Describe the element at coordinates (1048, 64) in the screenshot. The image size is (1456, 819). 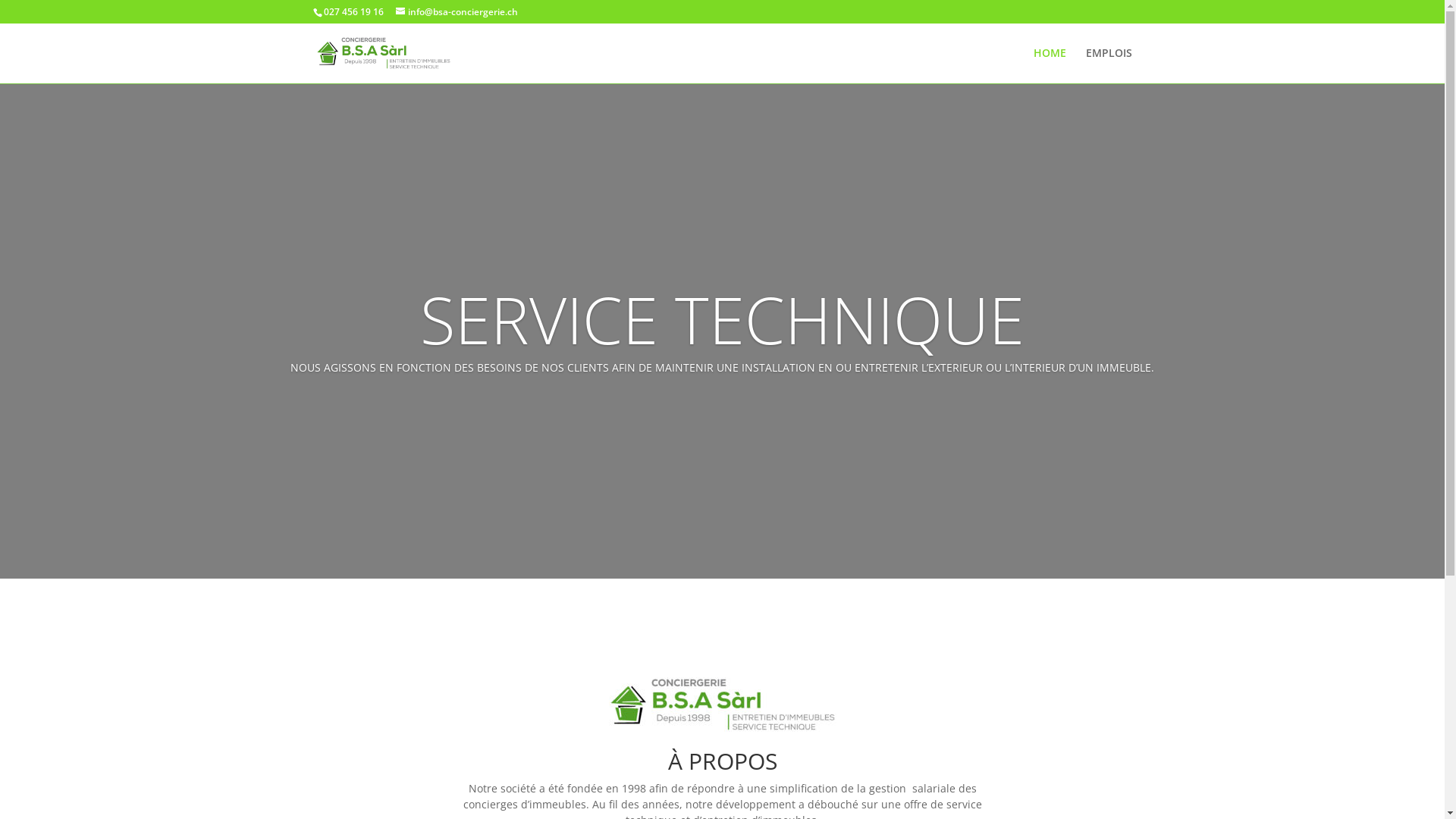
I see `'HOME'` at that location.